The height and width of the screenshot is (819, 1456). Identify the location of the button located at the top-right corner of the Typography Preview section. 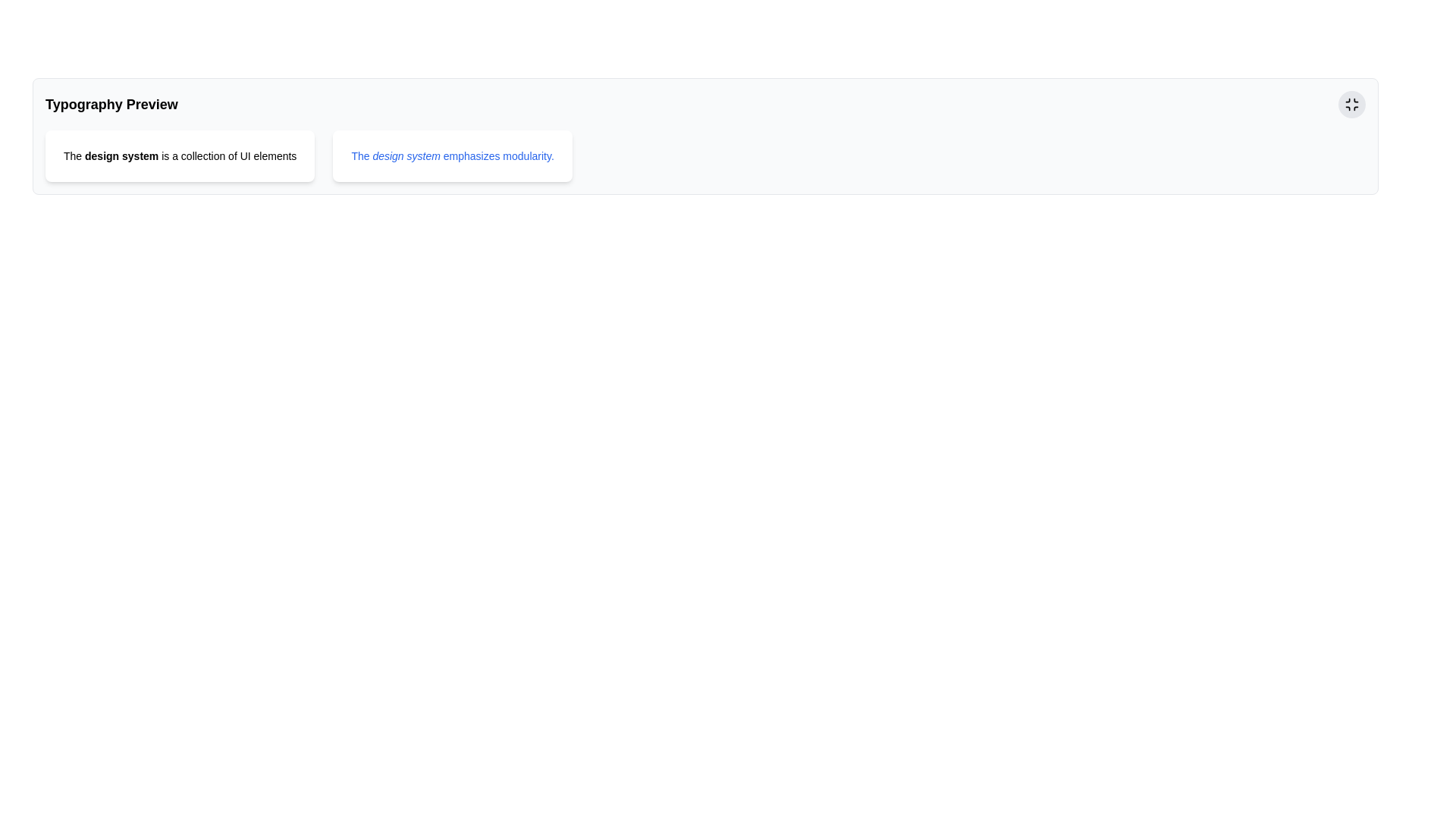
(1351, 104).